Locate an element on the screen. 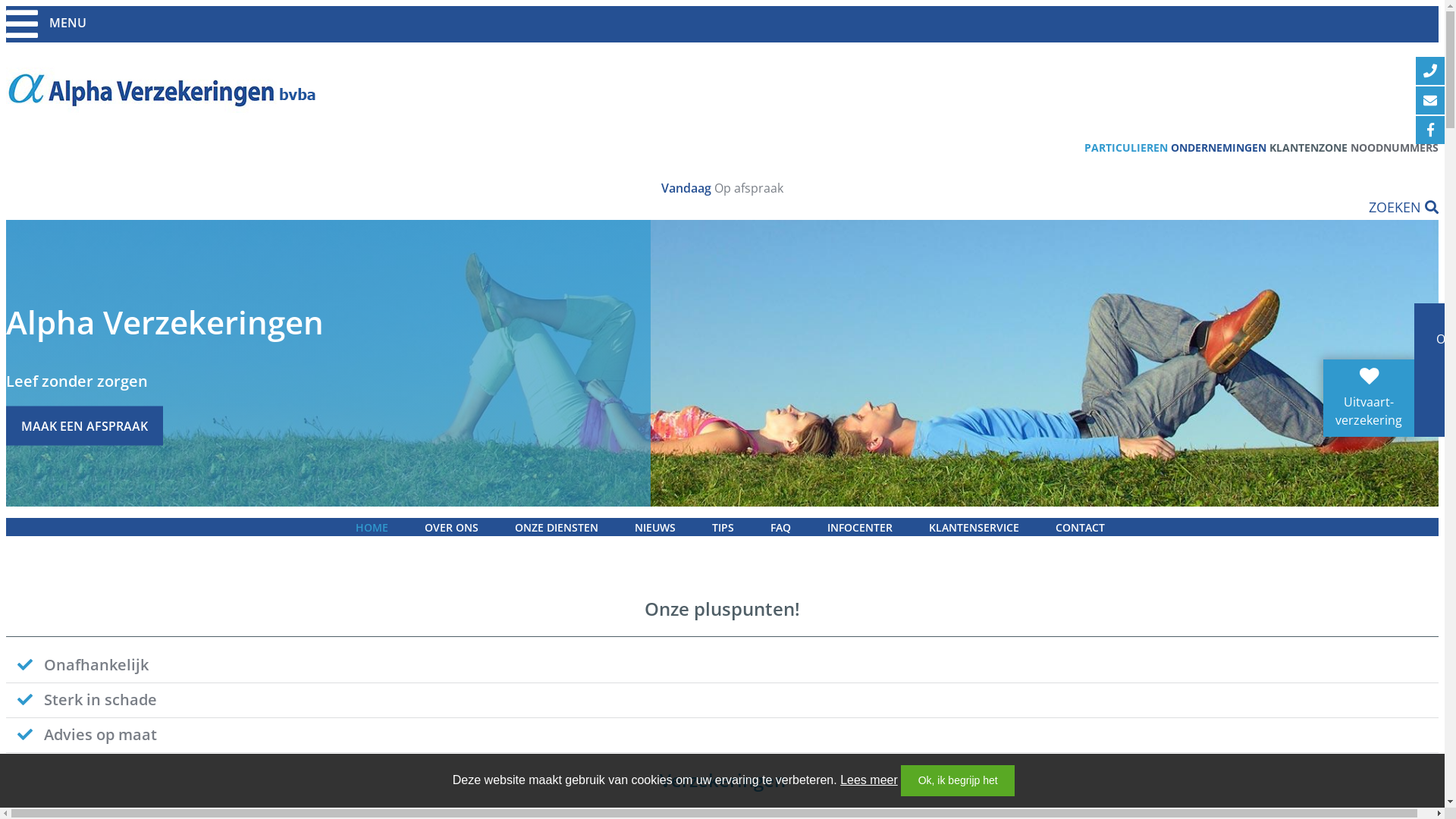 This screenshot has height=819, width=1456. 'MAAK EEN AFSPRAAK' is located at coordinates (83, 425).